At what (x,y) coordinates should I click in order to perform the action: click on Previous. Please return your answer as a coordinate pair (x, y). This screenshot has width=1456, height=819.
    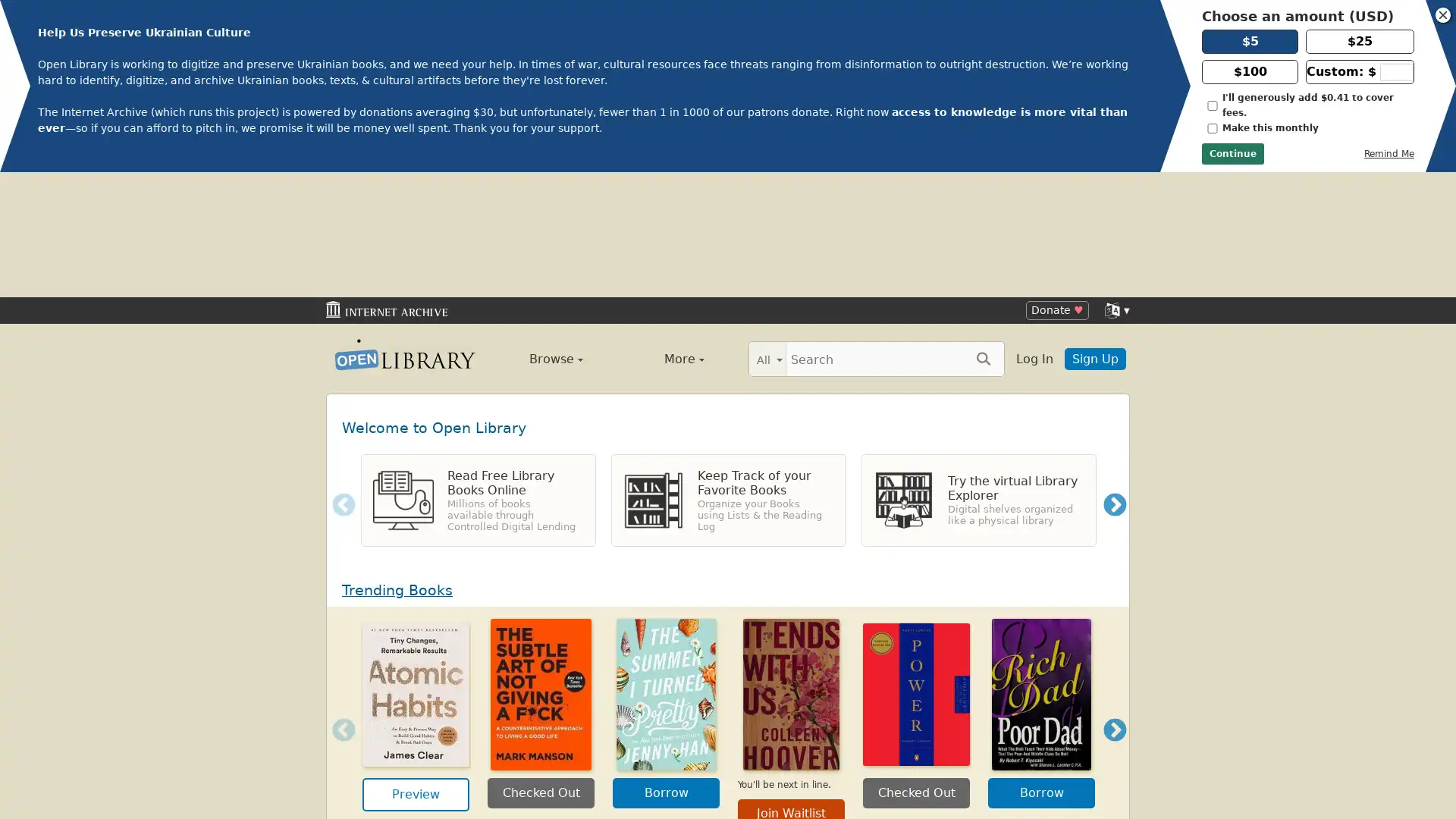
    Looking at the image, I should click on (337, 379).